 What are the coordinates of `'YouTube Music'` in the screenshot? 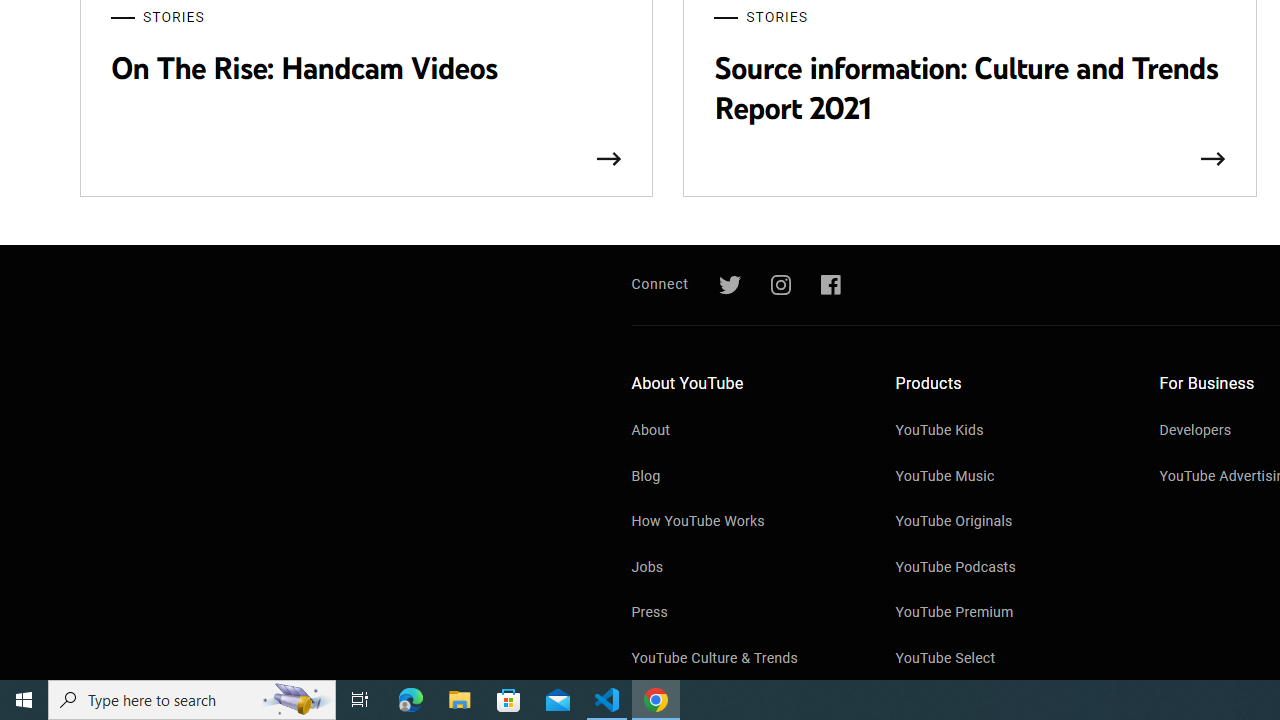 It's located at (1007, 478).